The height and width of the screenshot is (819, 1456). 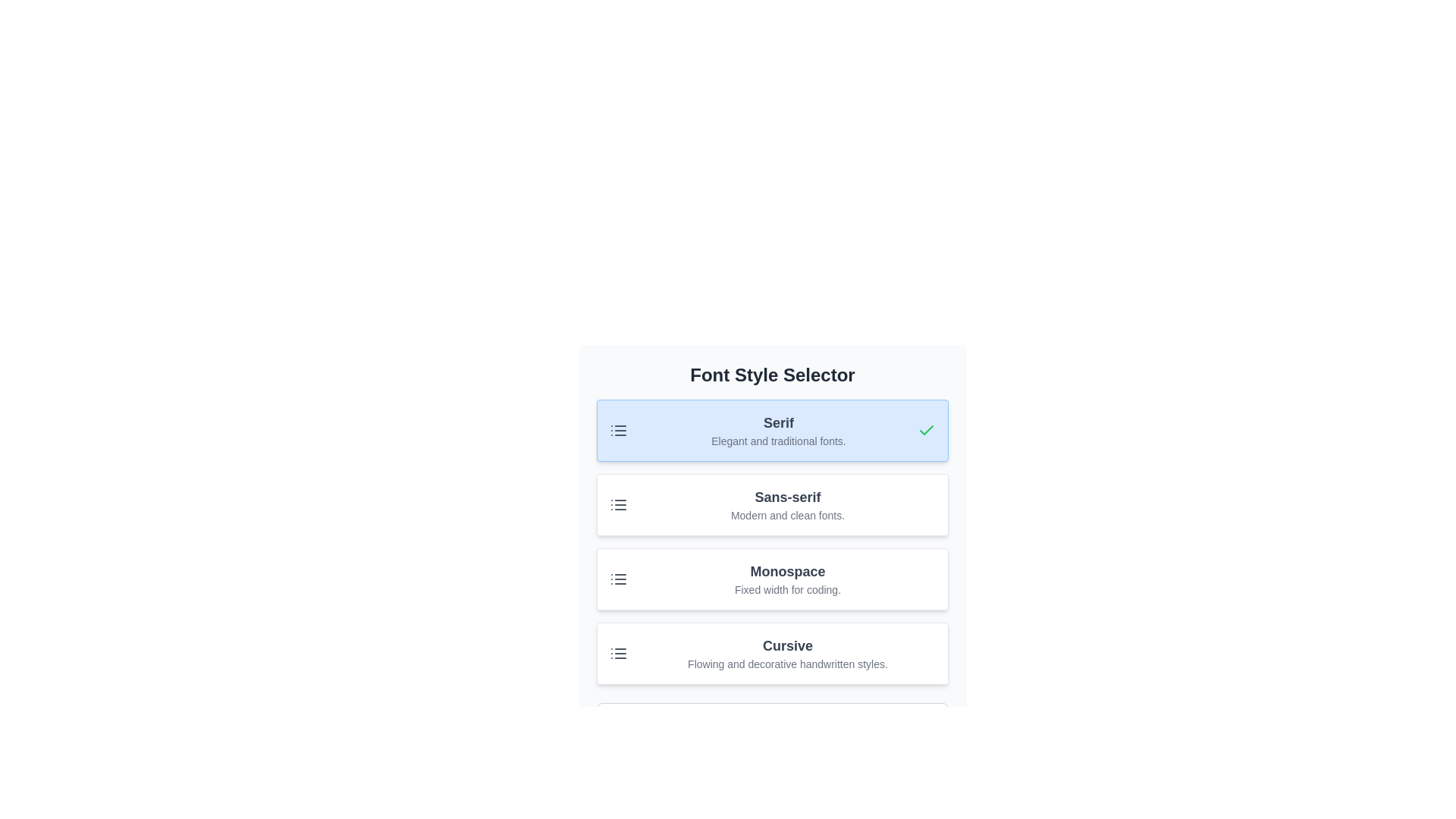 I want to click on the non-interactive list icon associated with the 'Monospace' font style option, located on the left side of the third option in the Font Style Selector, so click(x=619, y=579).